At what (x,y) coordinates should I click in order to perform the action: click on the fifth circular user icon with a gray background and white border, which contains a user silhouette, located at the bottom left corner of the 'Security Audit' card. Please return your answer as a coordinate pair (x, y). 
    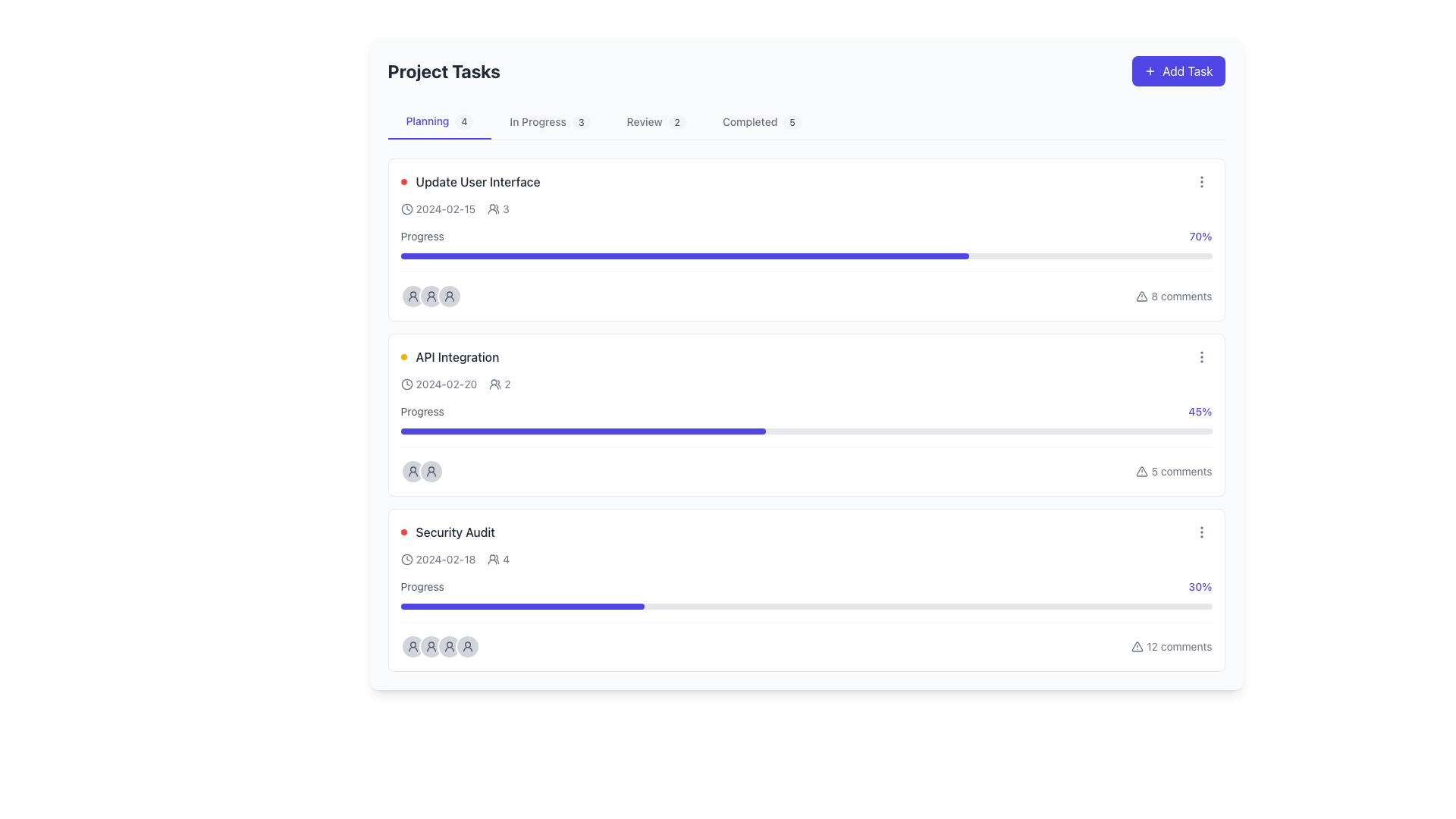
    Looking at the image, I should click on (466, 646).